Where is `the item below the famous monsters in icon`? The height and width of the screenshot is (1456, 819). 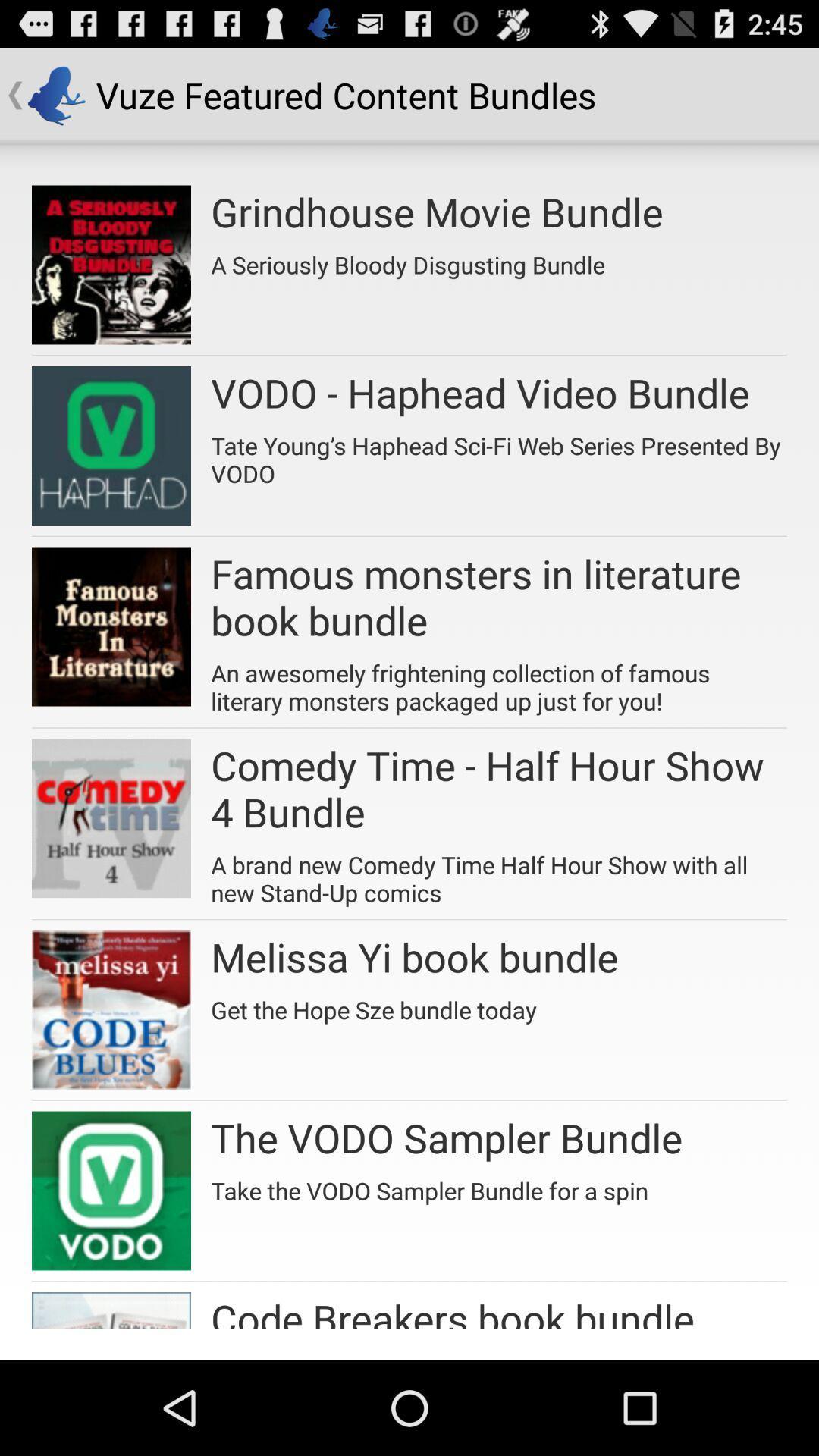
the item below the famous monsters in icon is located at coordinates (499, 681).